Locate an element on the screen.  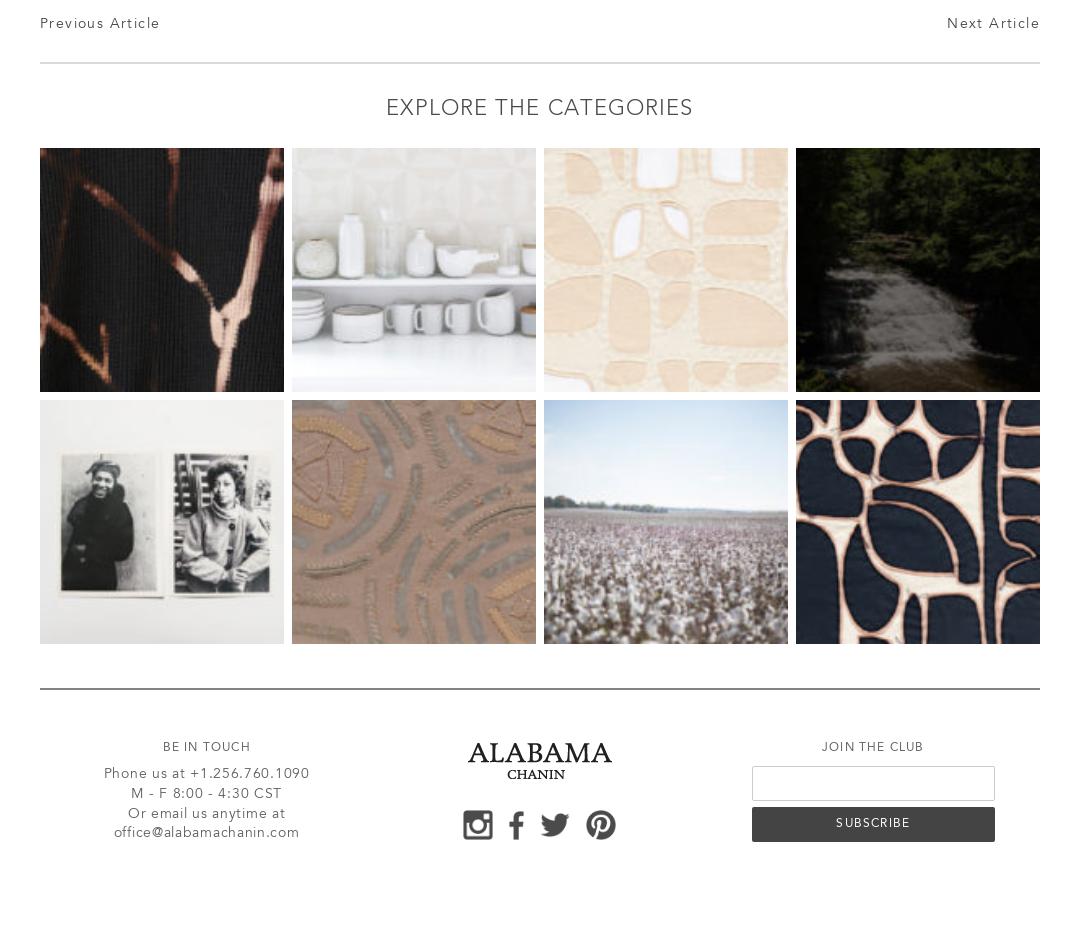
'Explore the Categories' is located at coordinates (538, 108).